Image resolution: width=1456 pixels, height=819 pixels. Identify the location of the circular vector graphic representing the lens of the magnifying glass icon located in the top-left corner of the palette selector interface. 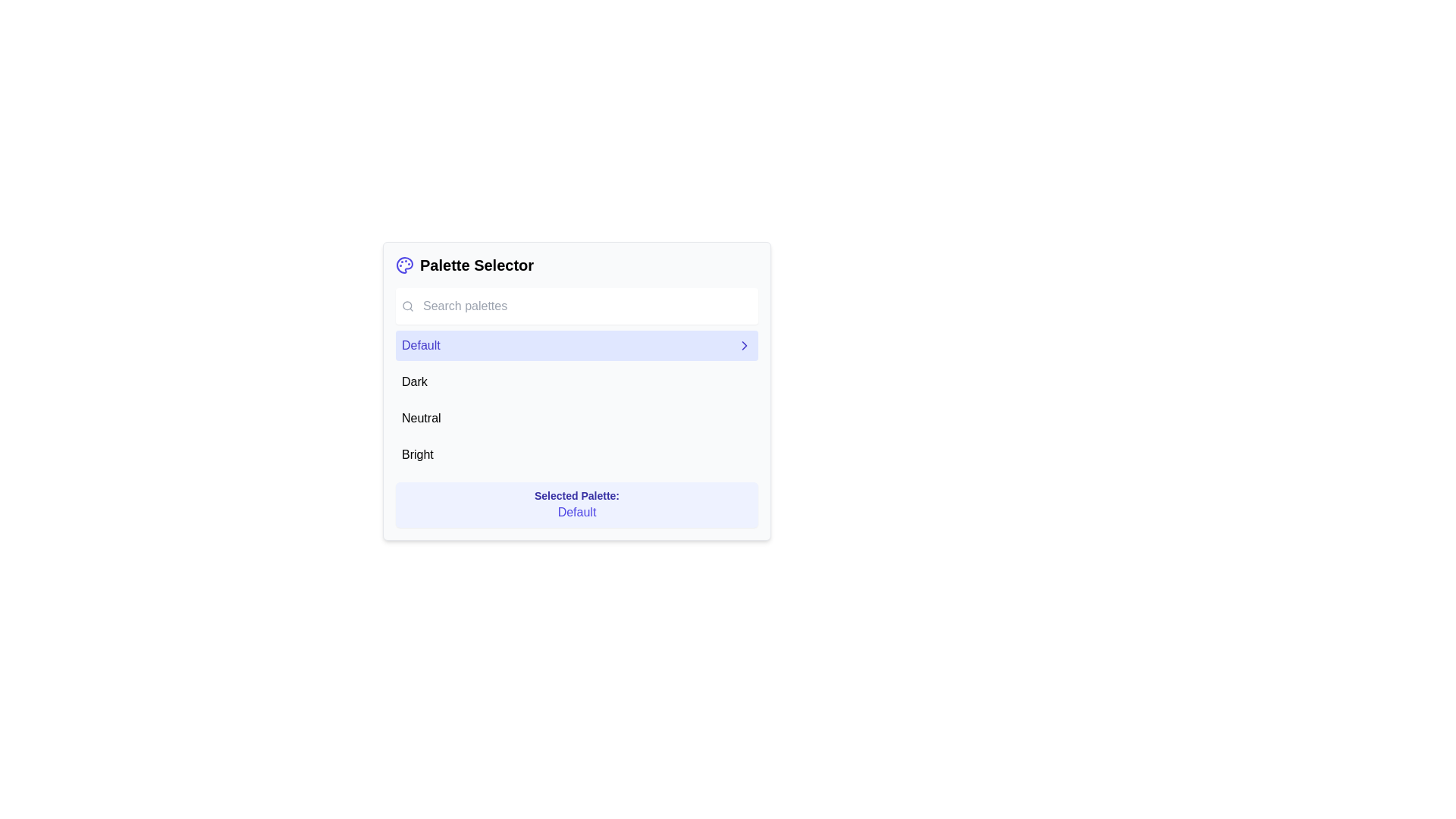
(407, 306).